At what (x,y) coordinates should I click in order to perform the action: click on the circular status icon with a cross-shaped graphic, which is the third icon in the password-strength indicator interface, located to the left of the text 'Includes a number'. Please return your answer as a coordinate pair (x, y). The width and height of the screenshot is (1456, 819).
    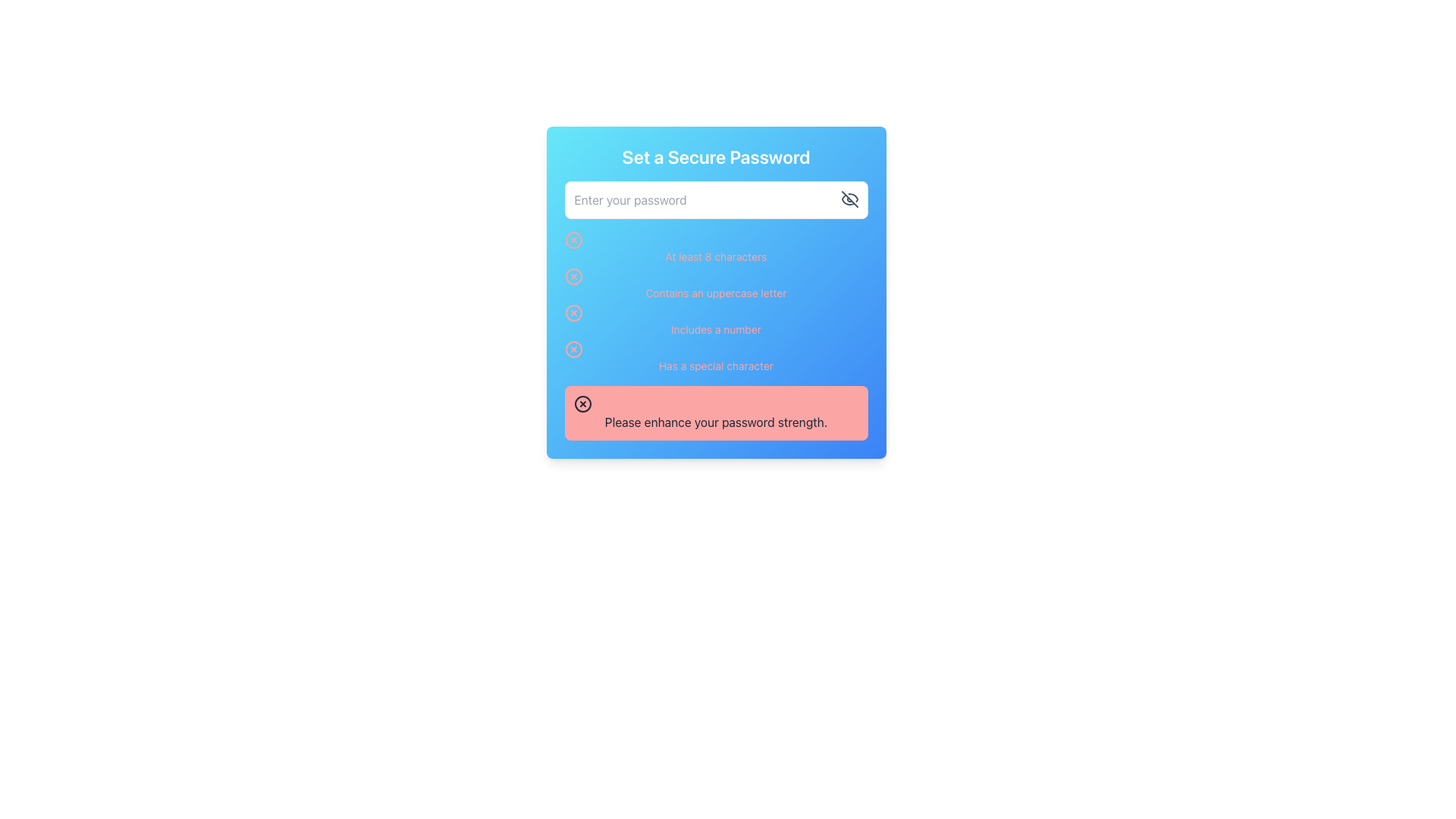
    Looking at the image, I should click on (573, 350).